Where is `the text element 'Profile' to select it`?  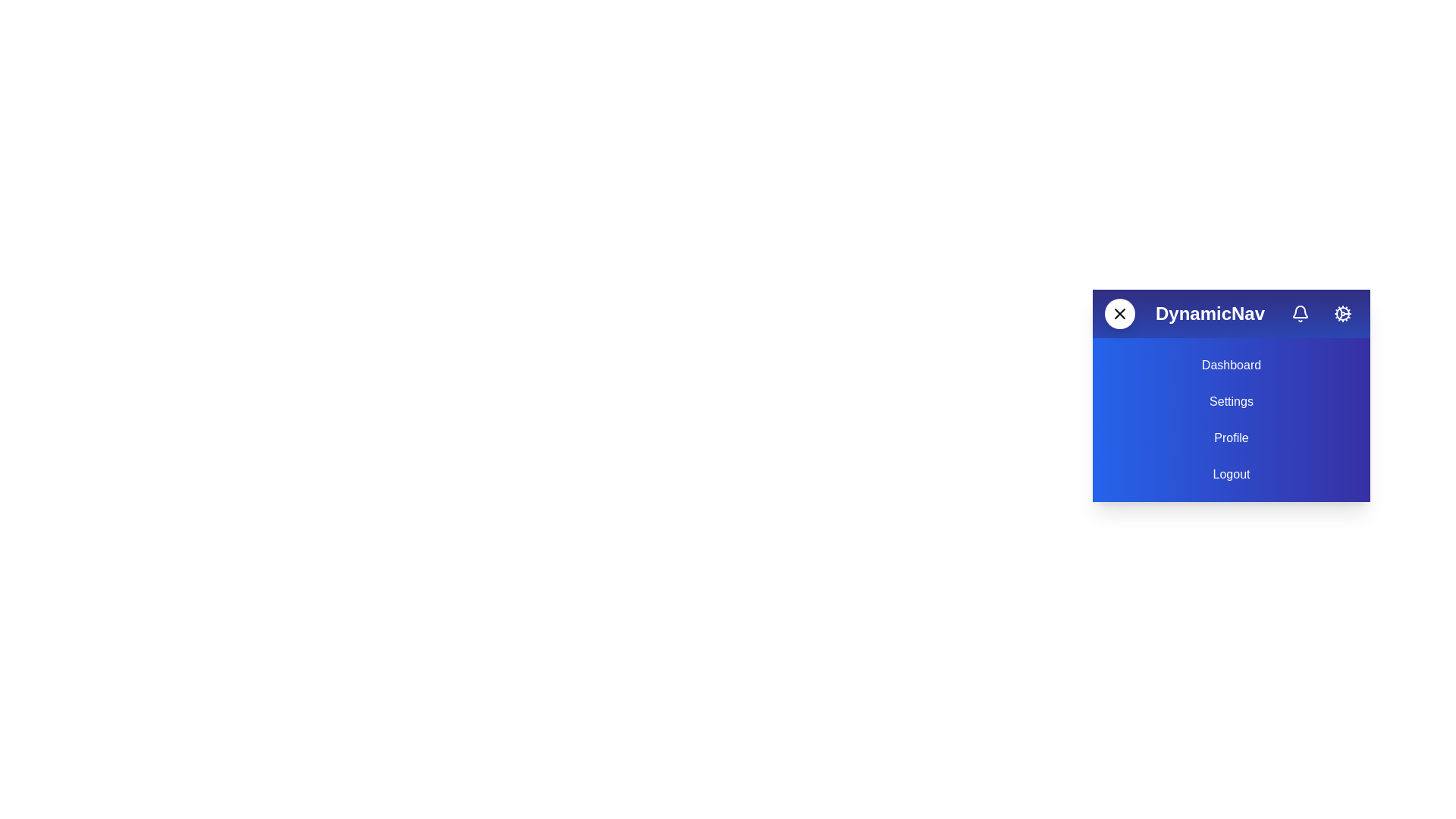 the text element 'Profile' to select it is located at coordinates (1231, 438).